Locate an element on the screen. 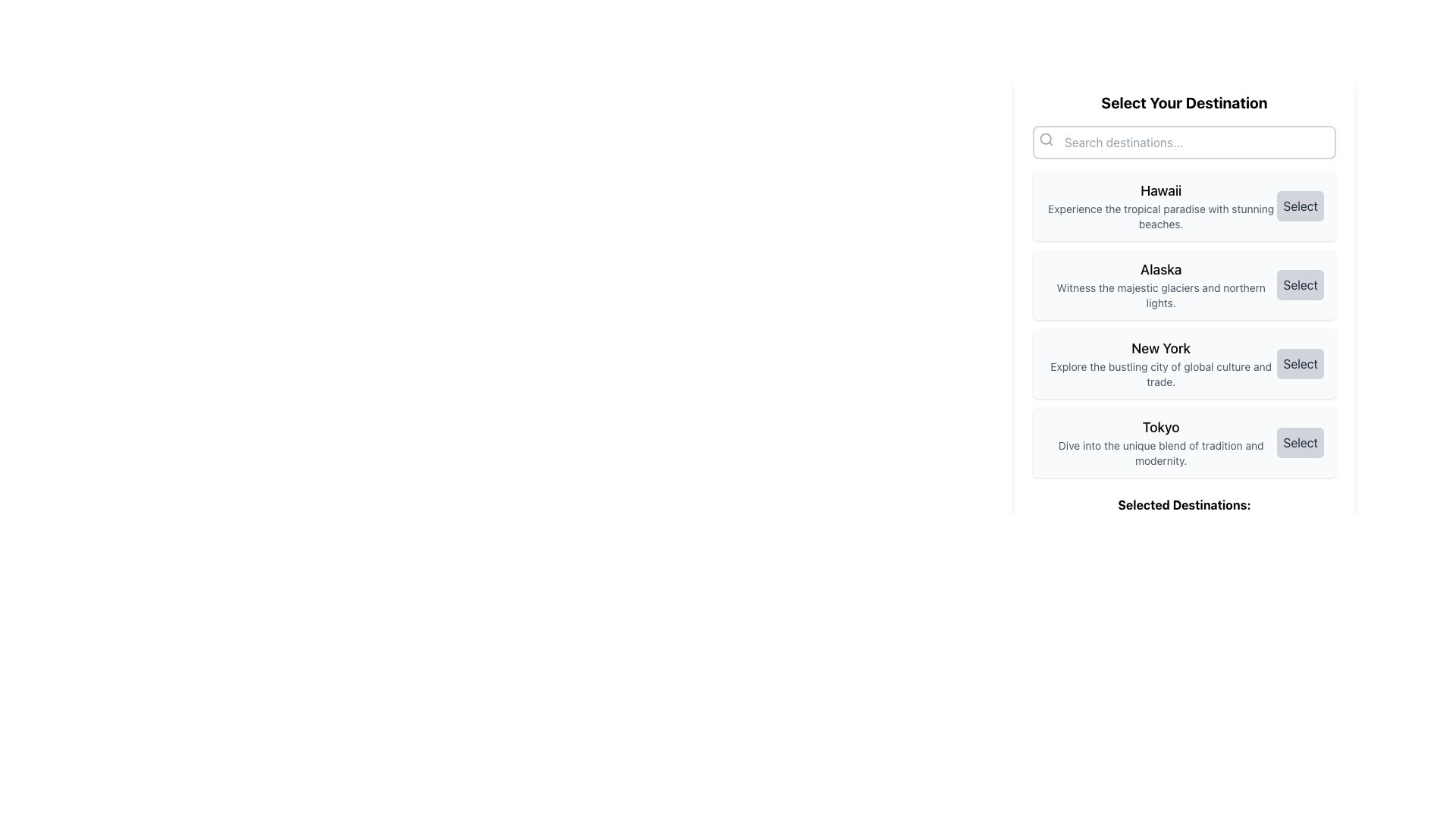  the text label reading 'Experience the tropical paradise with stunning beaches,' which is positioned directly below the title 'Hawaii' in the destination list is located at coordinates (1160, 216).